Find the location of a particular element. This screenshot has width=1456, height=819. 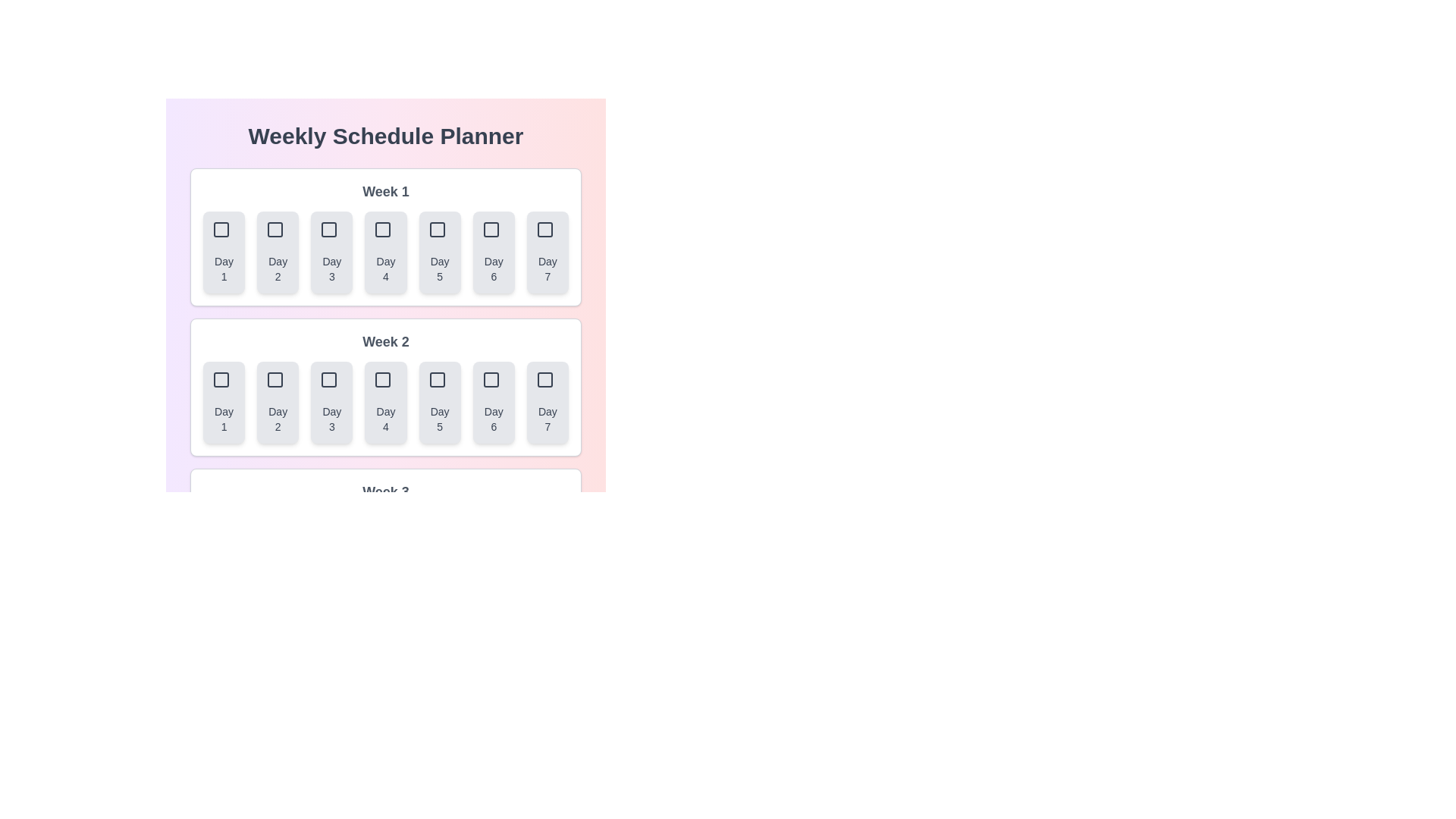

the button corresponding to Week 3 and Day 6 to select that day is located at coordinates (494, 553).